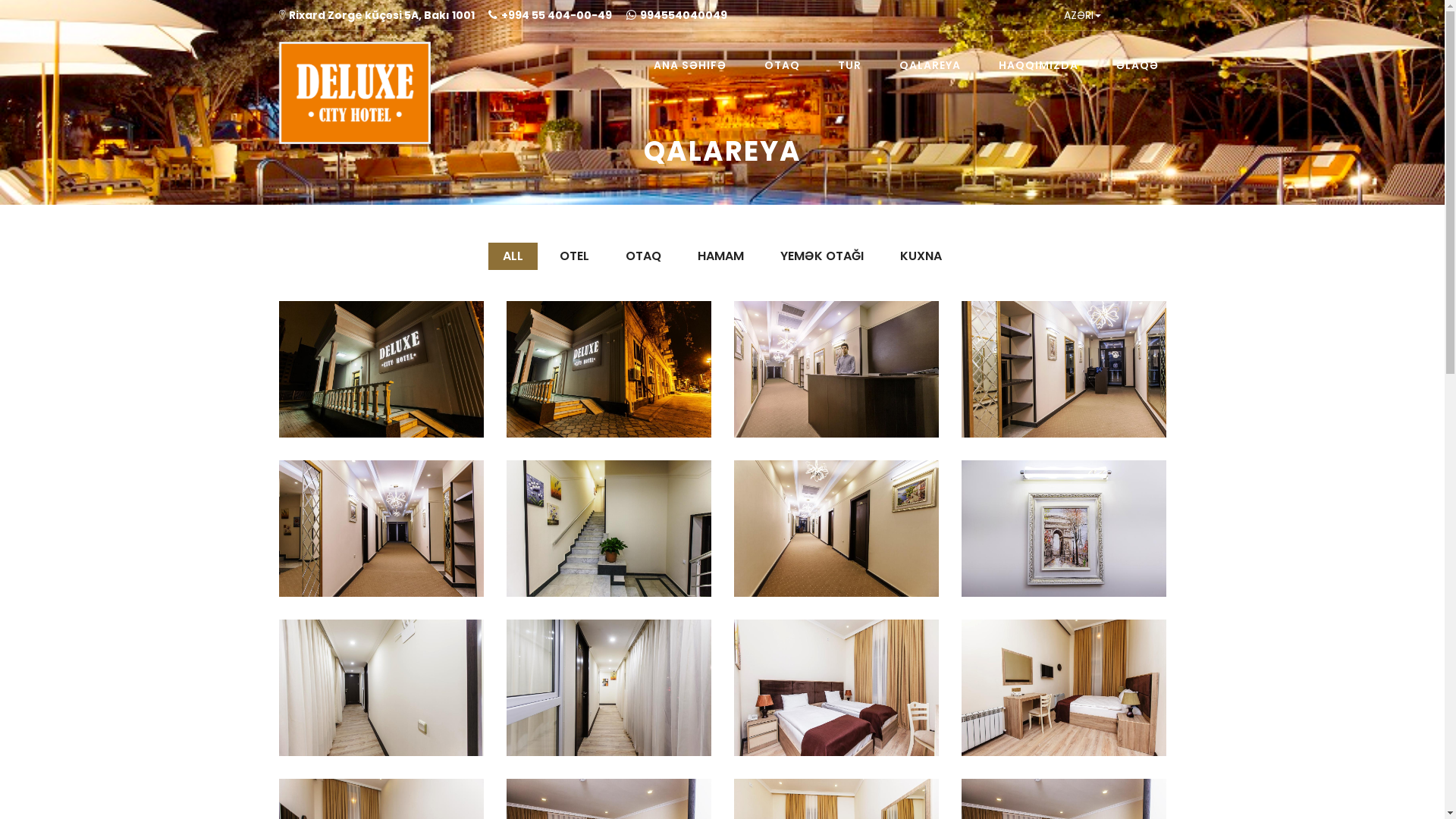  What do you see at coordinates (676, 14) in the screenshot?
I see `'994554040049'` at bounding box center [676, 14].